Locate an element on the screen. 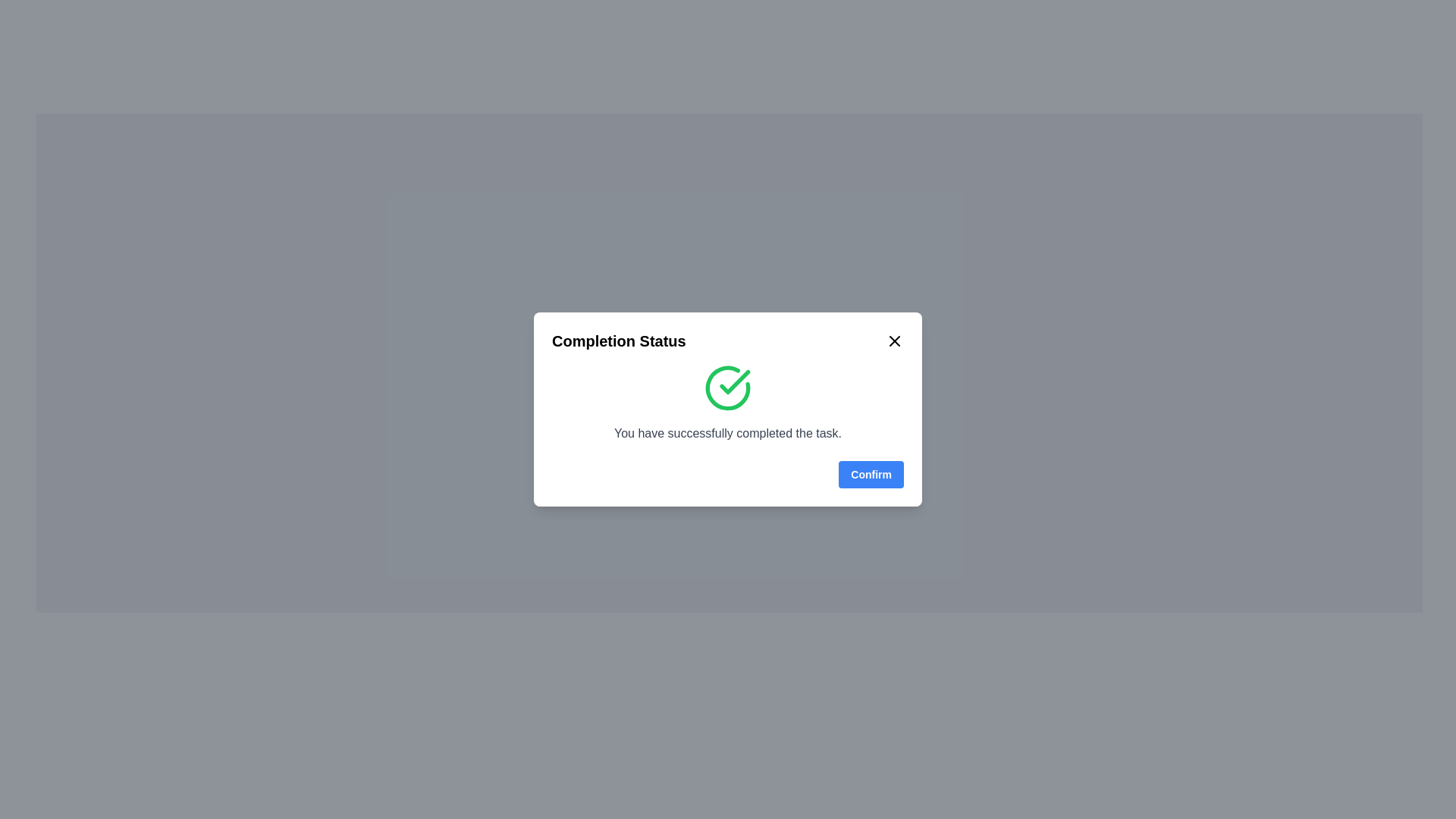 Image resolution: width=1456 pixels, height=819 pixels. the Checkmark icon within a circle, which indicates successful task completion, positioned above the message 'You have successfully completed the task.' is located at coordinates (728, 388).